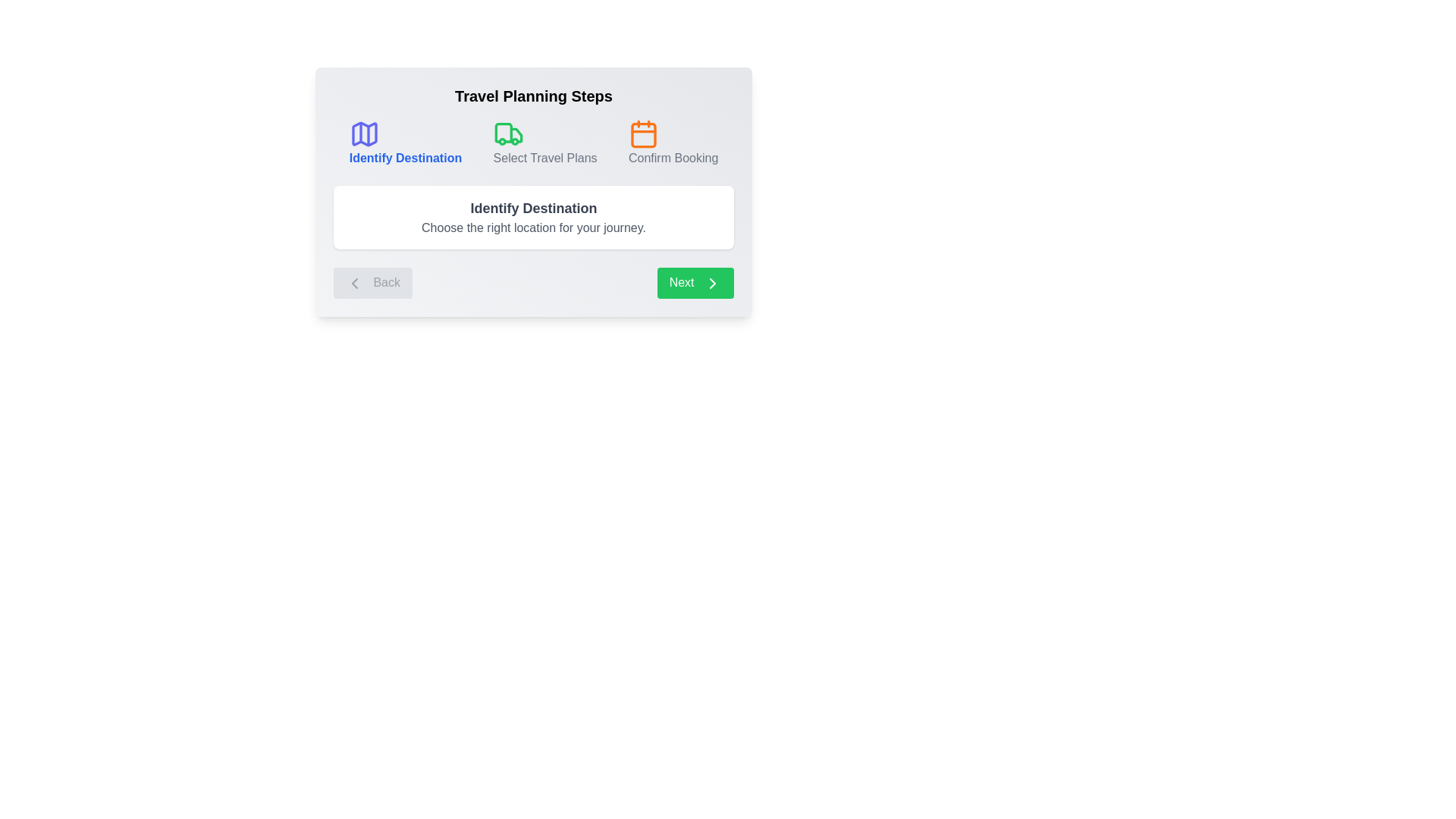 The width and height of the screenshot is (1456, 819). Describe the element at coordinates (405, 158) in the screenshot. I see `text of the 'Identify Destination' label, which is prominently displayed in blue and located beneath a map icon in the navigation component` at that location.